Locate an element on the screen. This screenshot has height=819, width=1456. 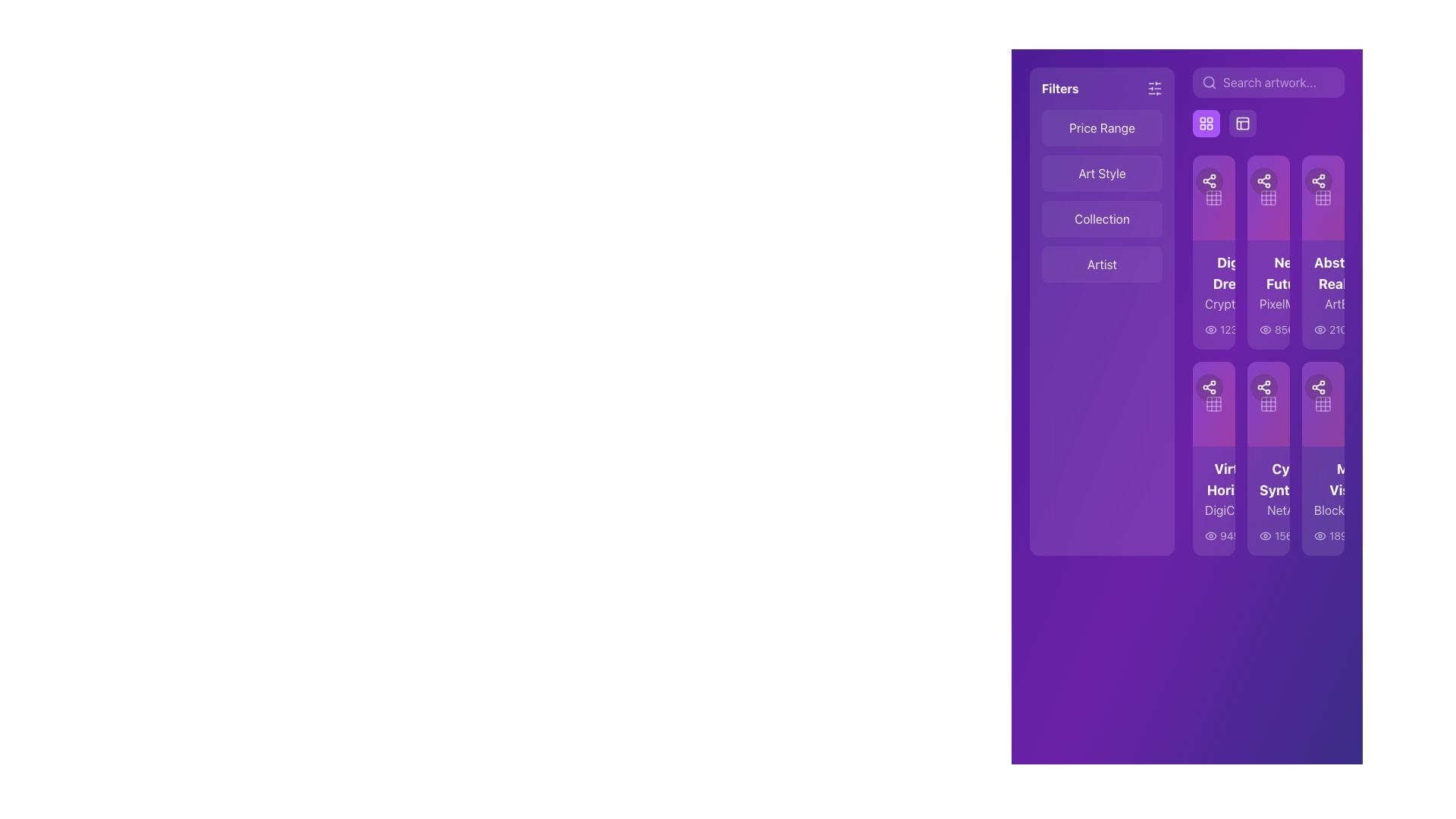
the numerical value text label located in the bottom-right corner of a card, immediately to the right of the eye icon is located at coordinates (1285, 535).